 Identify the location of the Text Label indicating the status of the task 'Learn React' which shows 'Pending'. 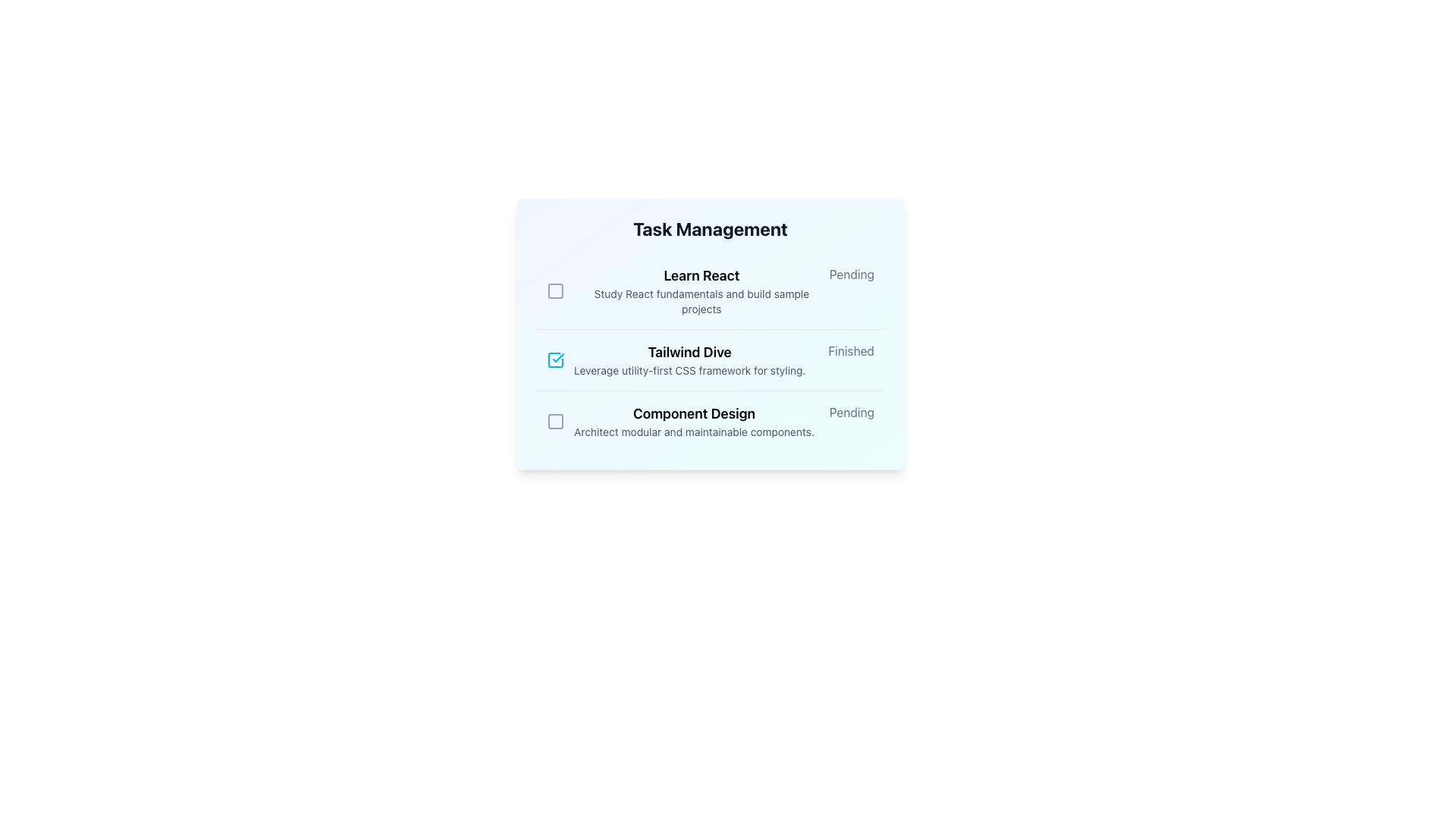
(852, 275).